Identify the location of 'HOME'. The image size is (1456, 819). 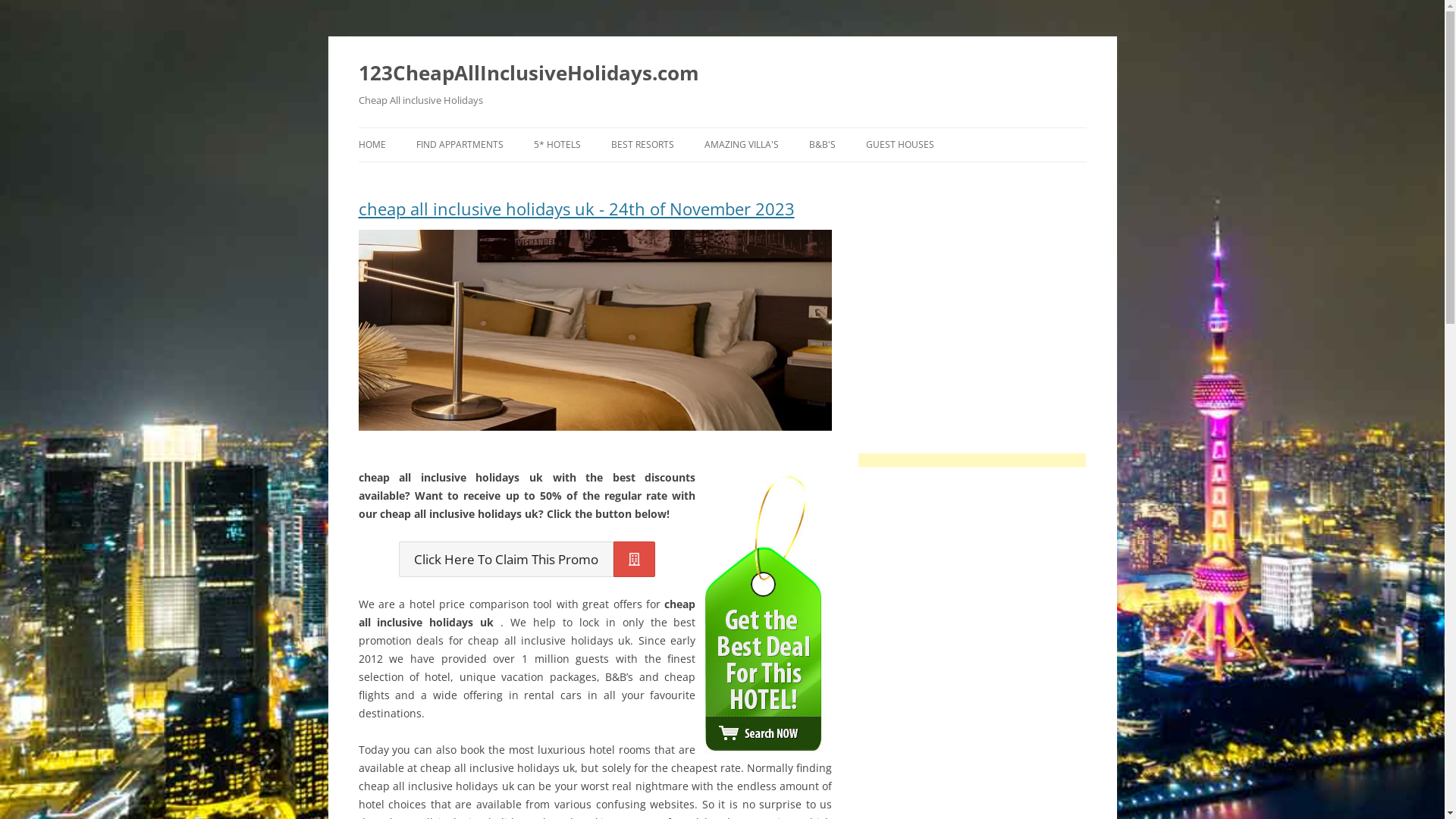
(371, 145).